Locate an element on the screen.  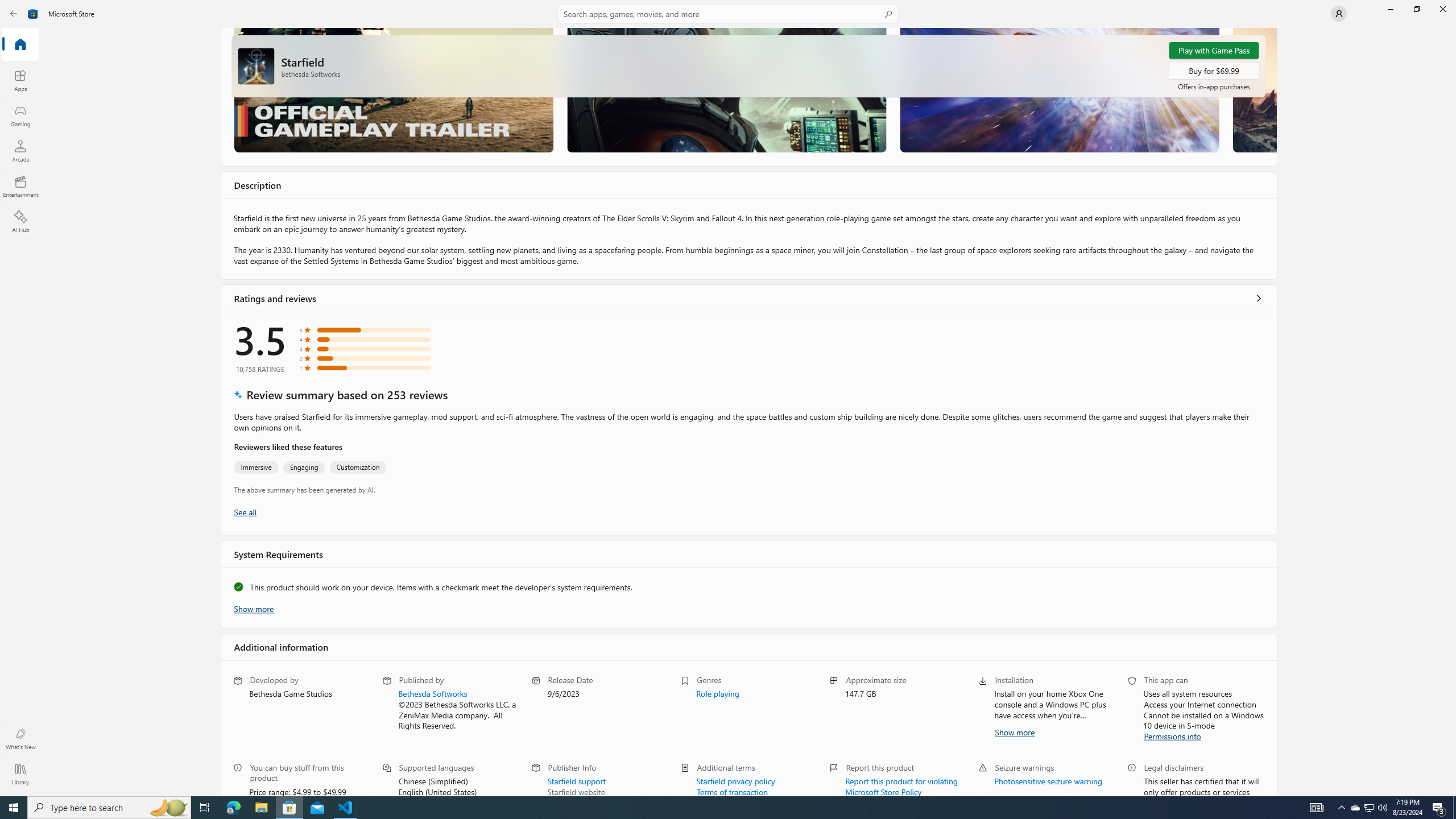
'Gameplay Trailer' is located at coordinates (394, 89).